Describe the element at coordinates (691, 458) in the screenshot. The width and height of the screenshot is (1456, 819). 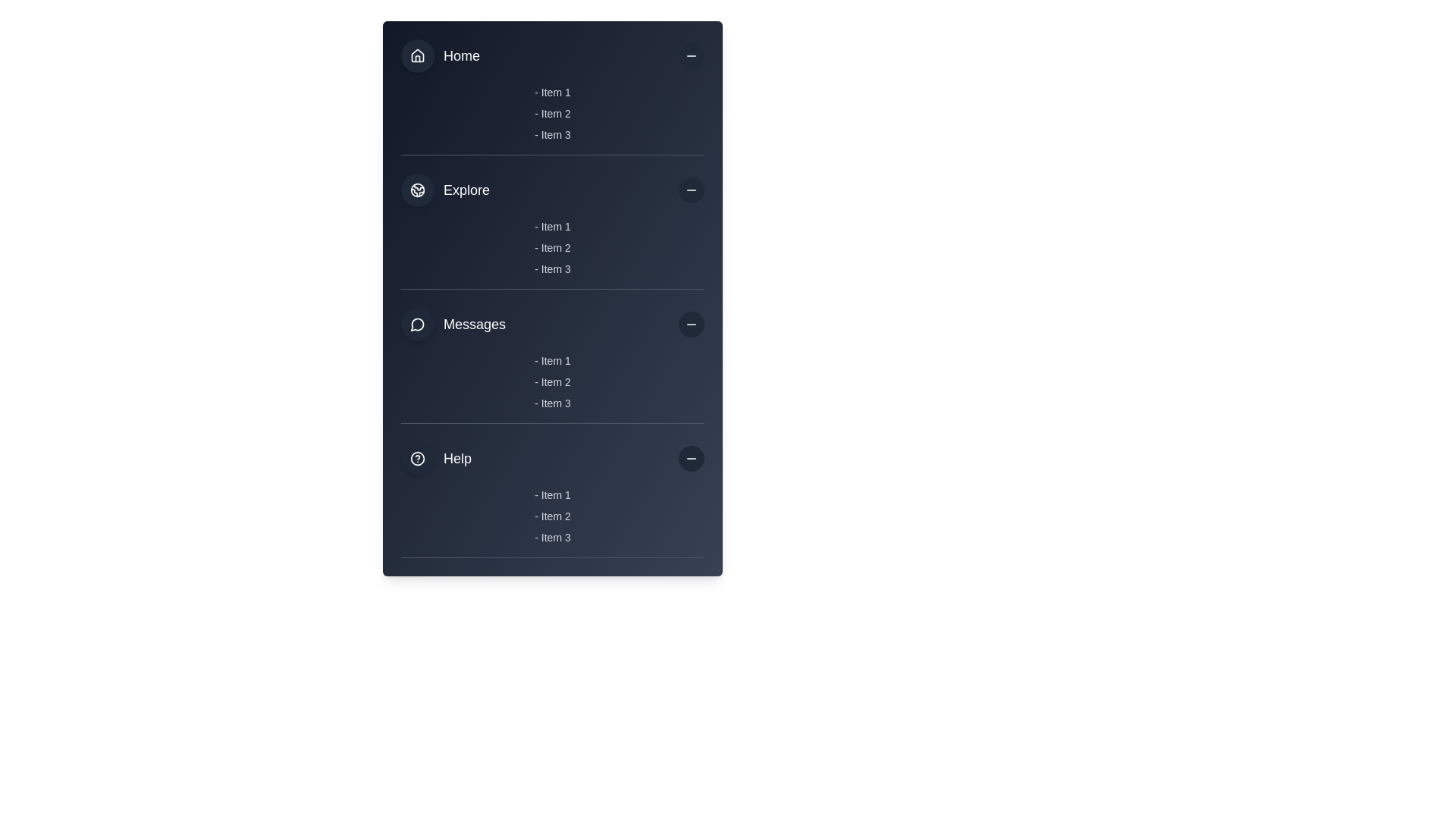
I see `the circular button with a dark gray background and a white minus icon in the center` at that location.